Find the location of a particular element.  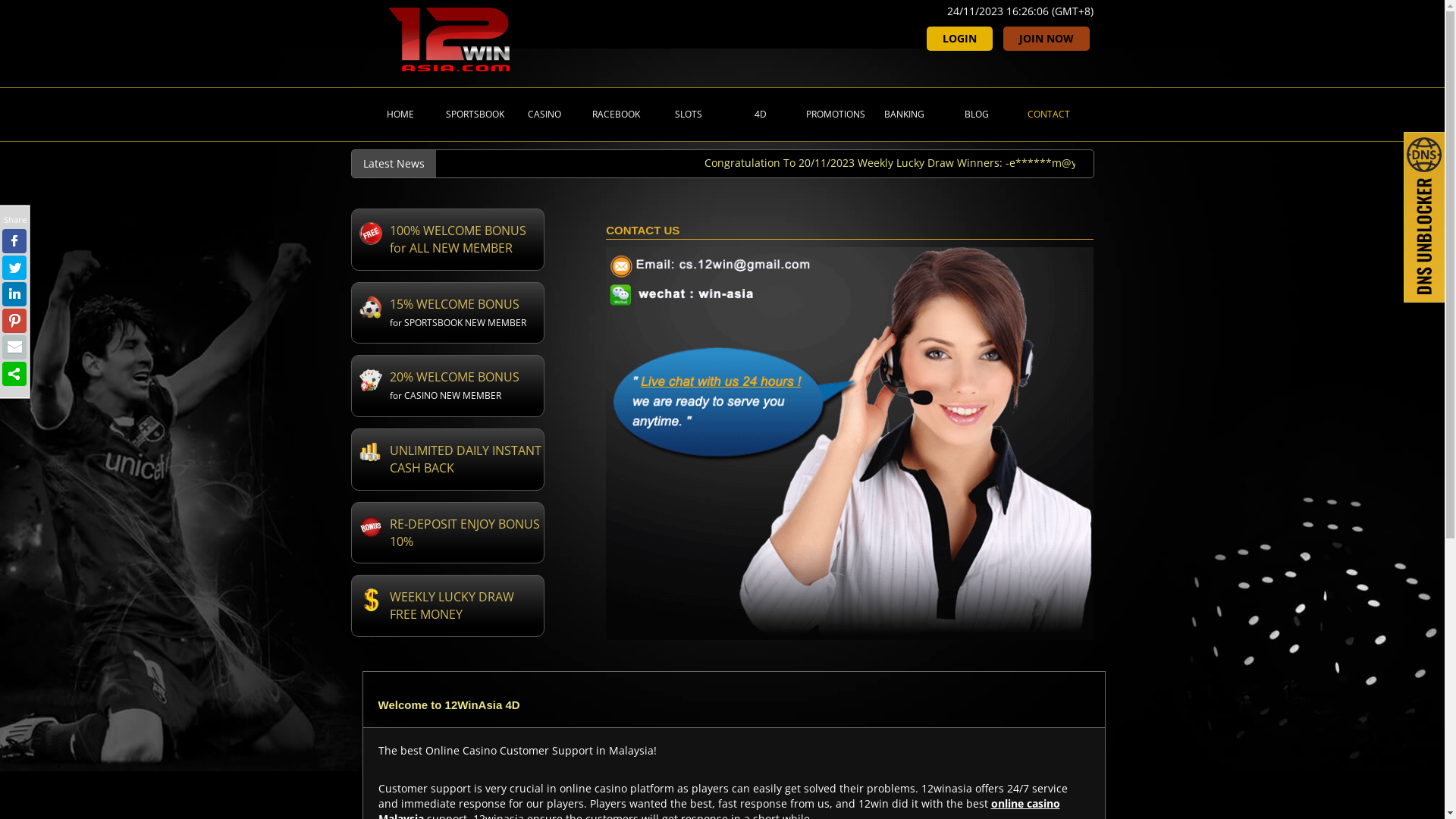

'CONTACT' is located at coordinates (1009, 113).